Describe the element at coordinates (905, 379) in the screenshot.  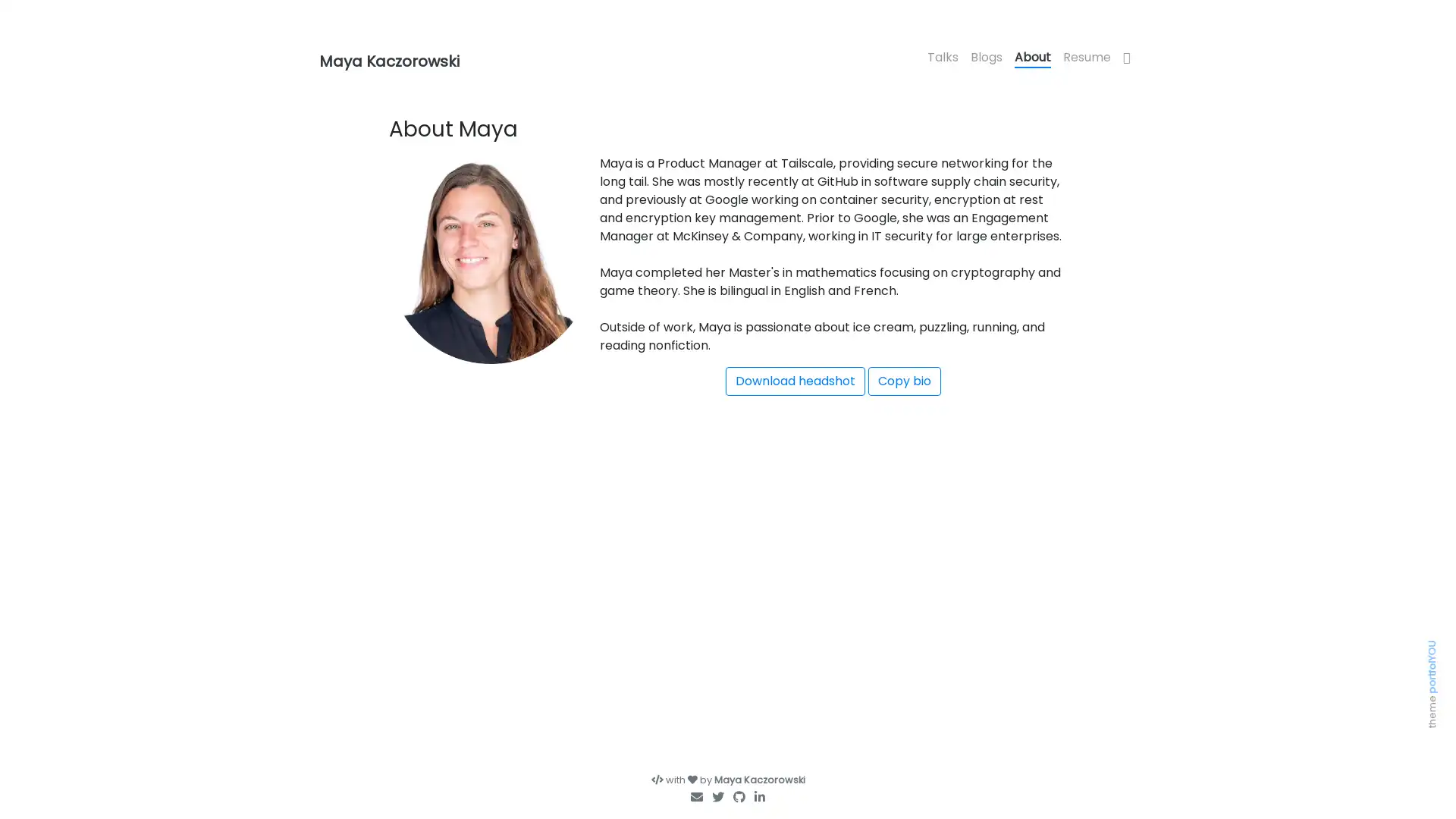
I see `Copy bio` at that location.